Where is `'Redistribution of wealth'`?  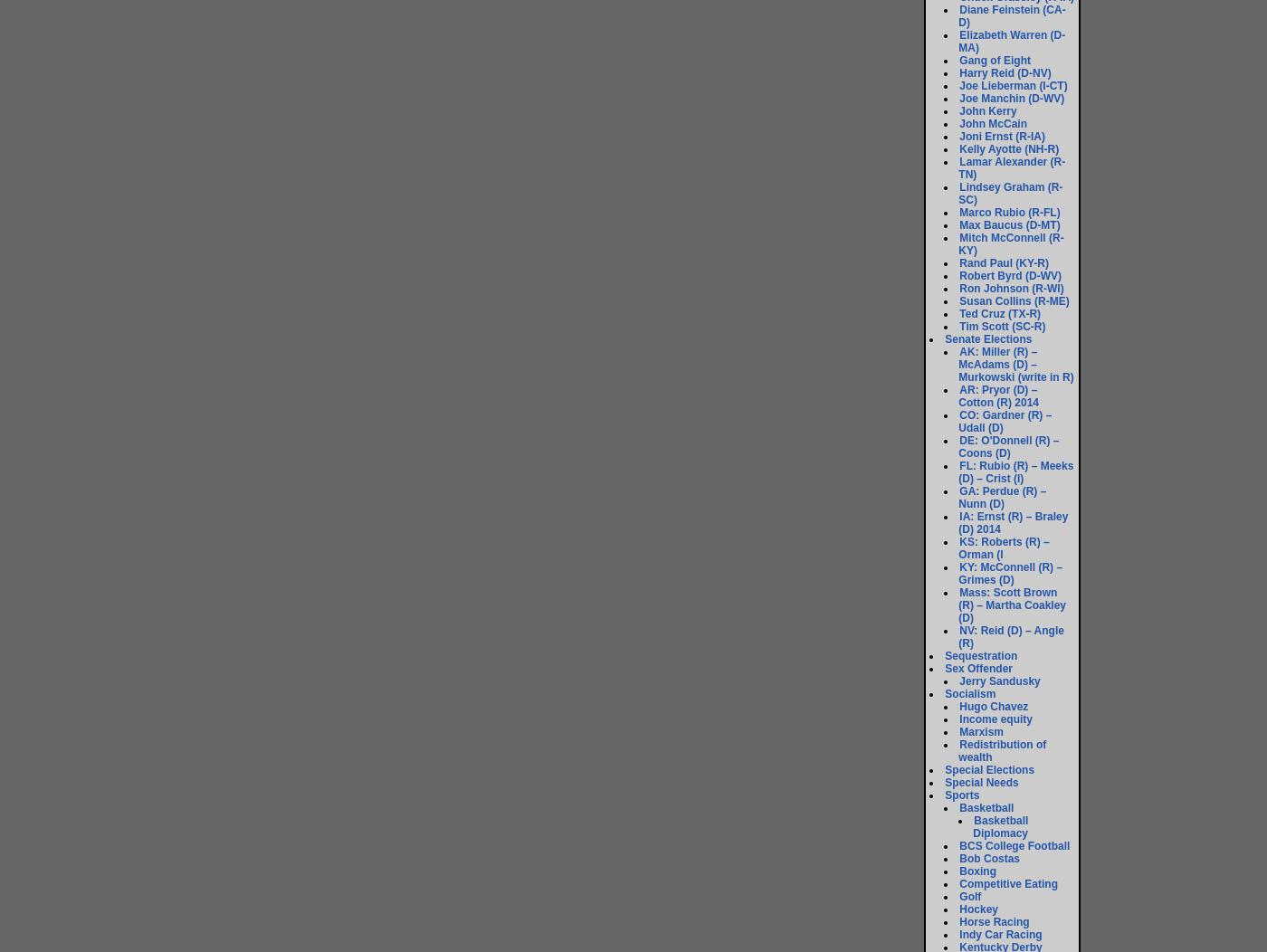
'Redistribution of wealth' is located at coordinates (1002, 751).